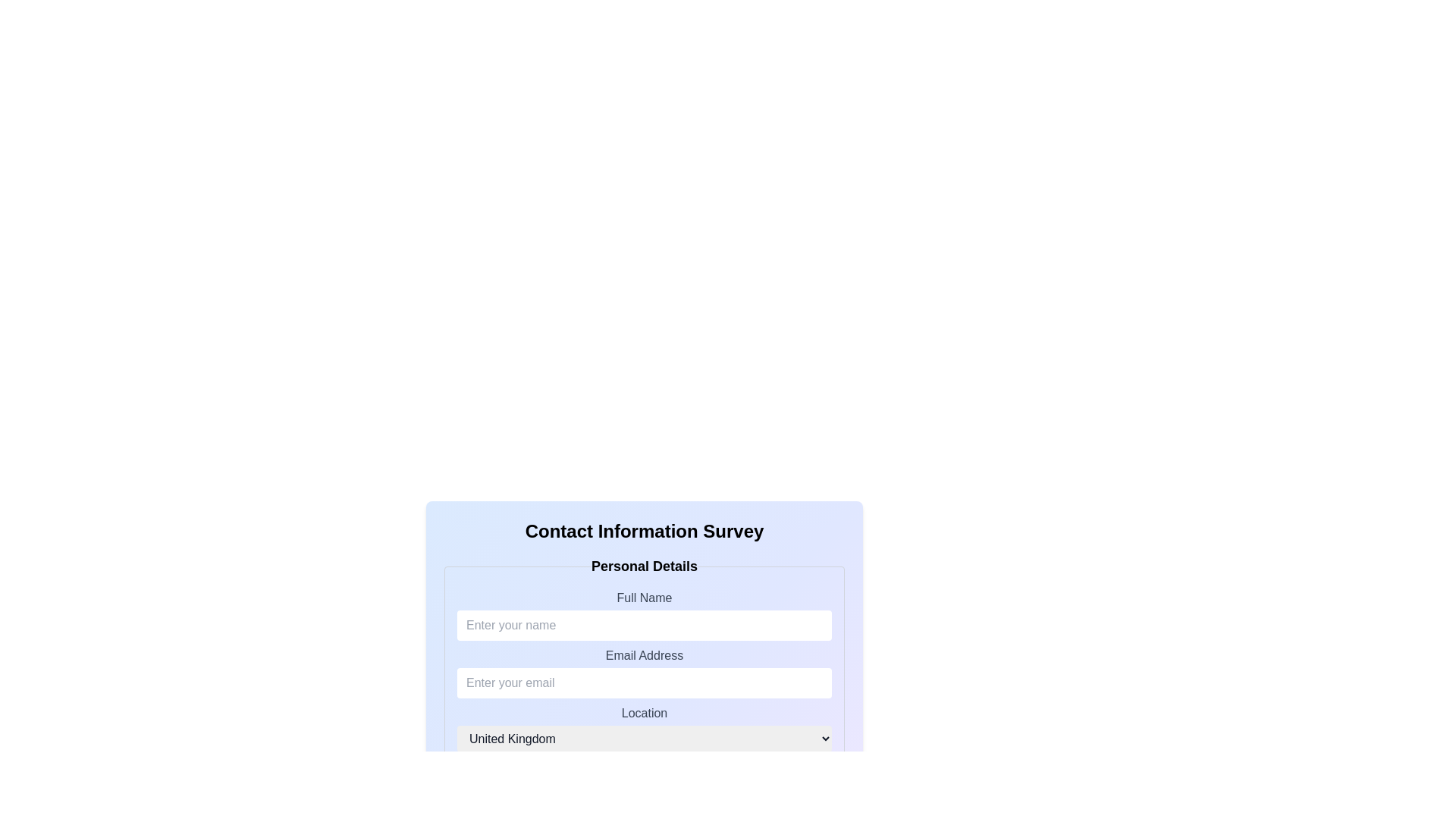 This screenshot has height=819, width=1456. I want to click on to select text in the email input box labeled 'Email Address' within the 'Contact Information Survey' section, so click(644, 683).